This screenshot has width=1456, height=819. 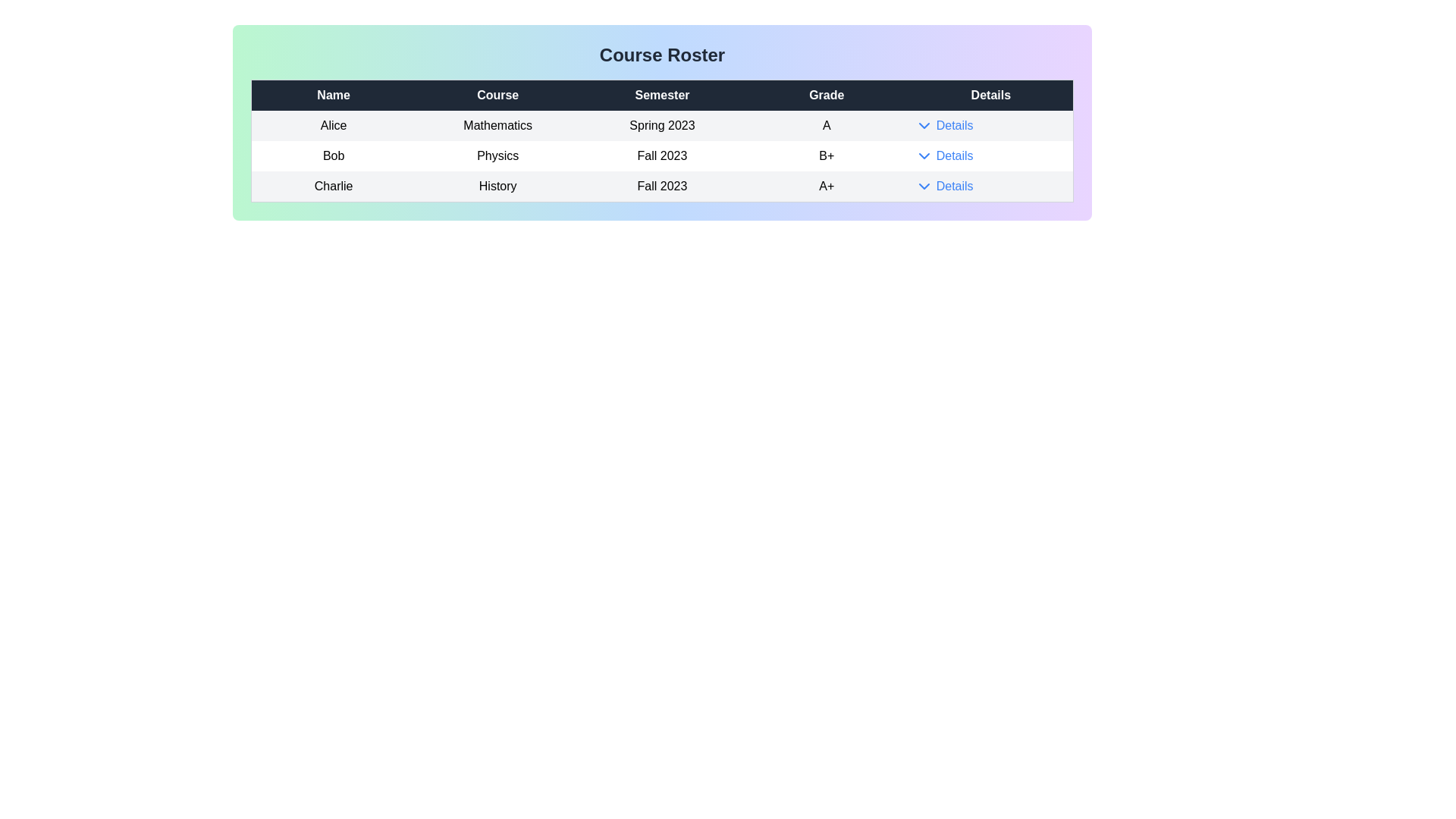 I want to click on the text label displaying 'Fall 2023' in the 'Semester' column associated with student 'Charlie' and the course 'History', so click(x=662, y=186).